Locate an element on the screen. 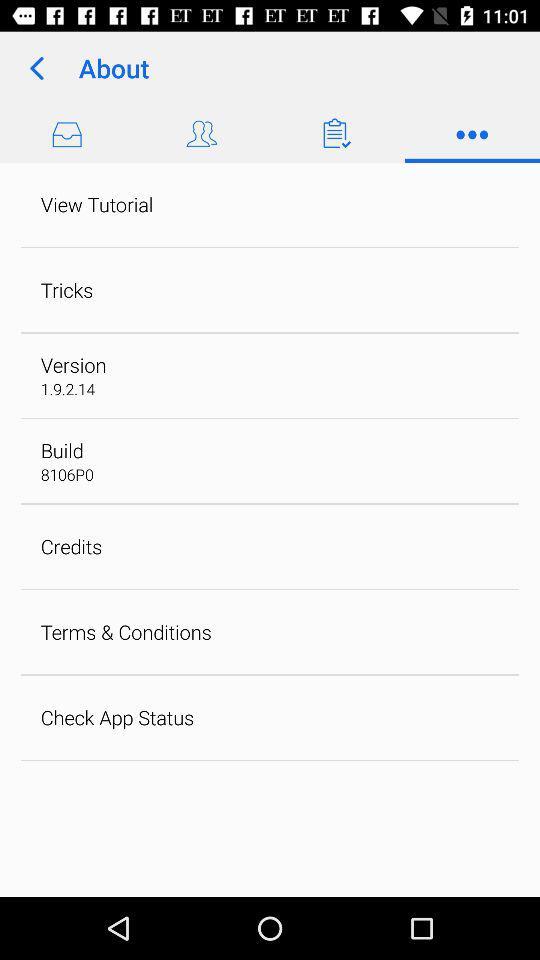 The image size is (540, 960). credits app is located at coordinates (70, 546).